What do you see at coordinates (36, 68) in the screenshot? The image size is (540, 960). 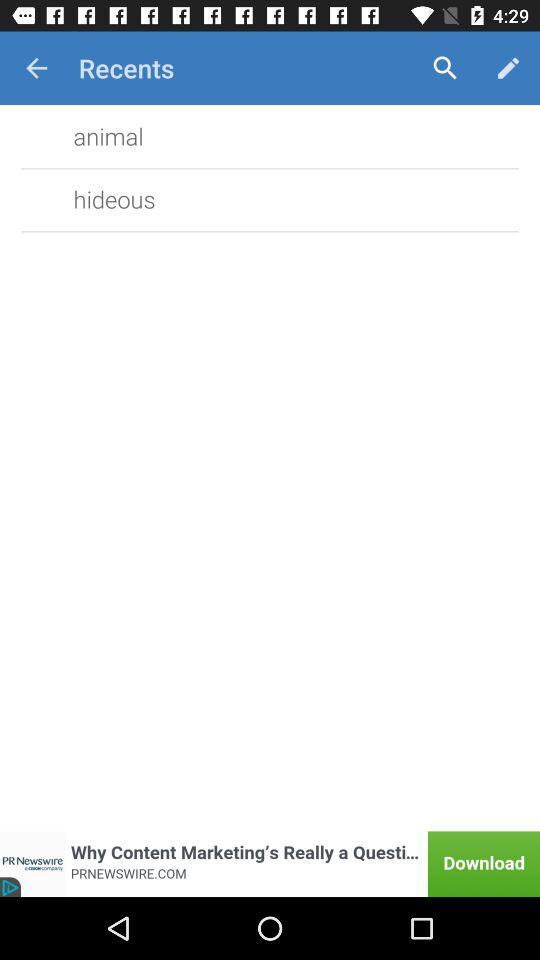 I see `app to the left of recents item` at bounding box center [36, 68].